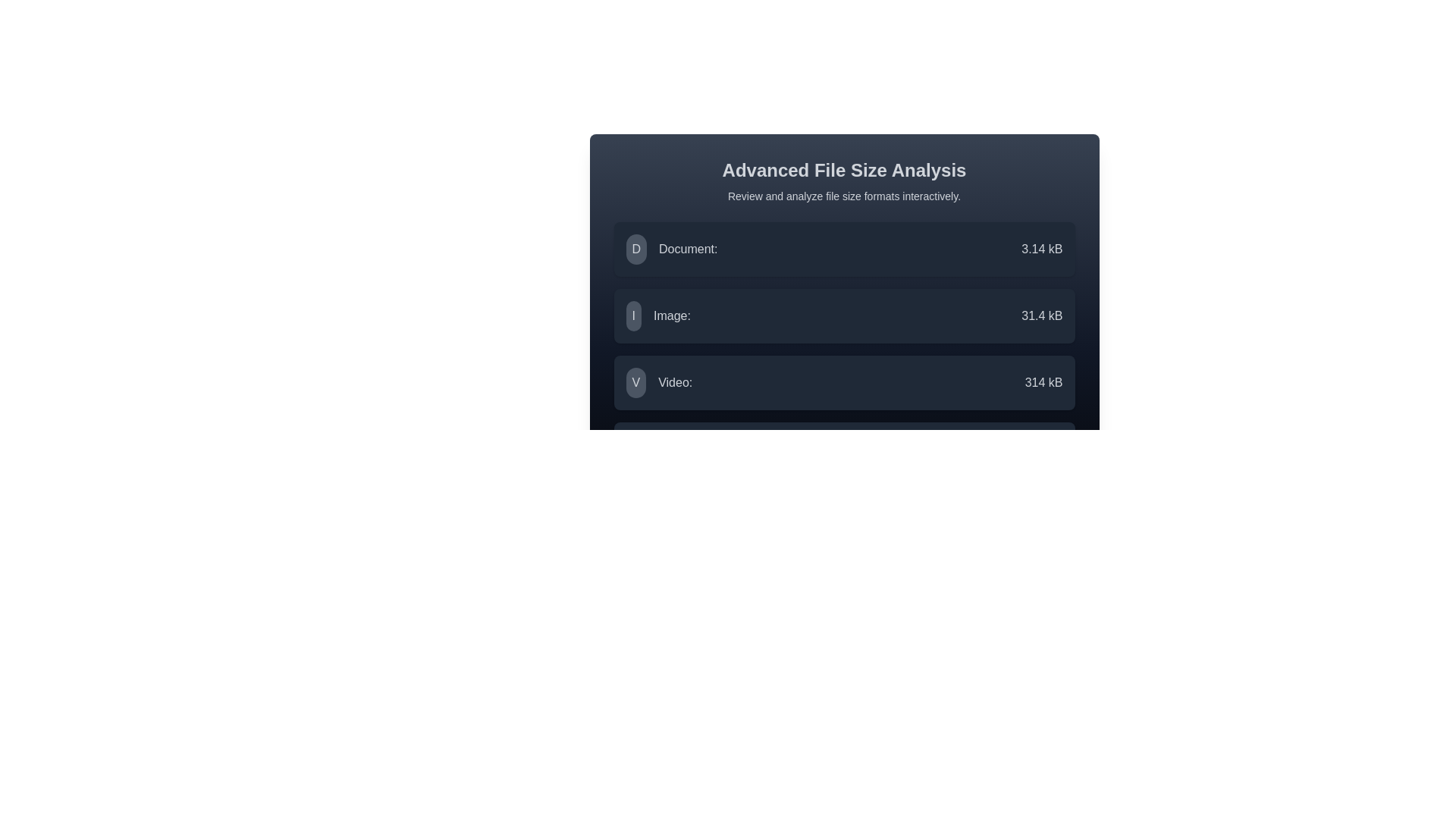 This screenshot has width=1456, height=819. What do you see at coordinates (843, 382) in the screenshot?
I see `the Informational tile displaying 'Video: 314 kB'` at bounding box center [843, 382].